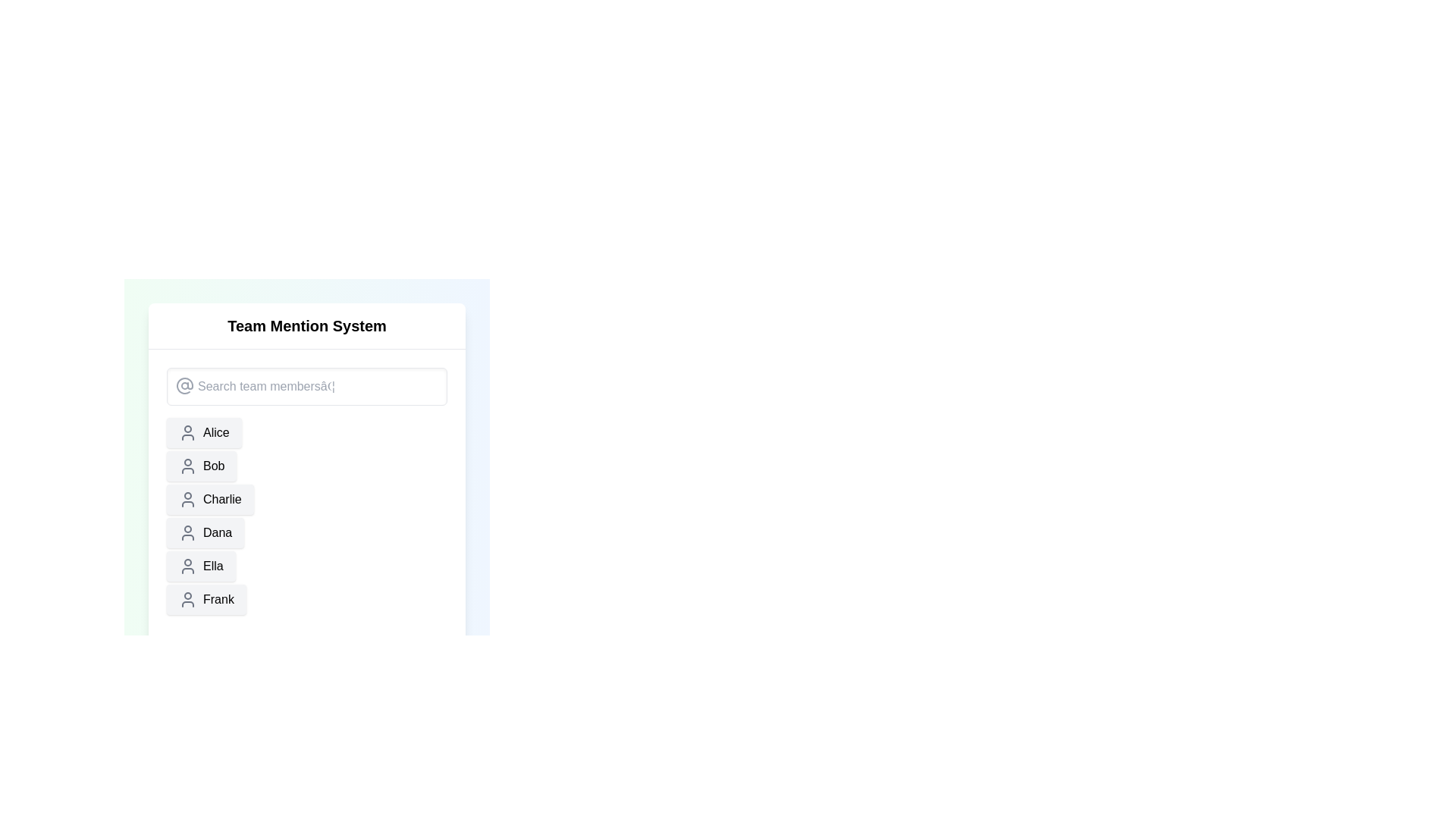 This screenshot has height=819, width=1456. What do you see at coordinates (184, 385) in the screenshot?
I see `the at-sign icon styled in a circular outline format, which is located at the top-left corner of the associated text input field` at bounding box center [184, 385].